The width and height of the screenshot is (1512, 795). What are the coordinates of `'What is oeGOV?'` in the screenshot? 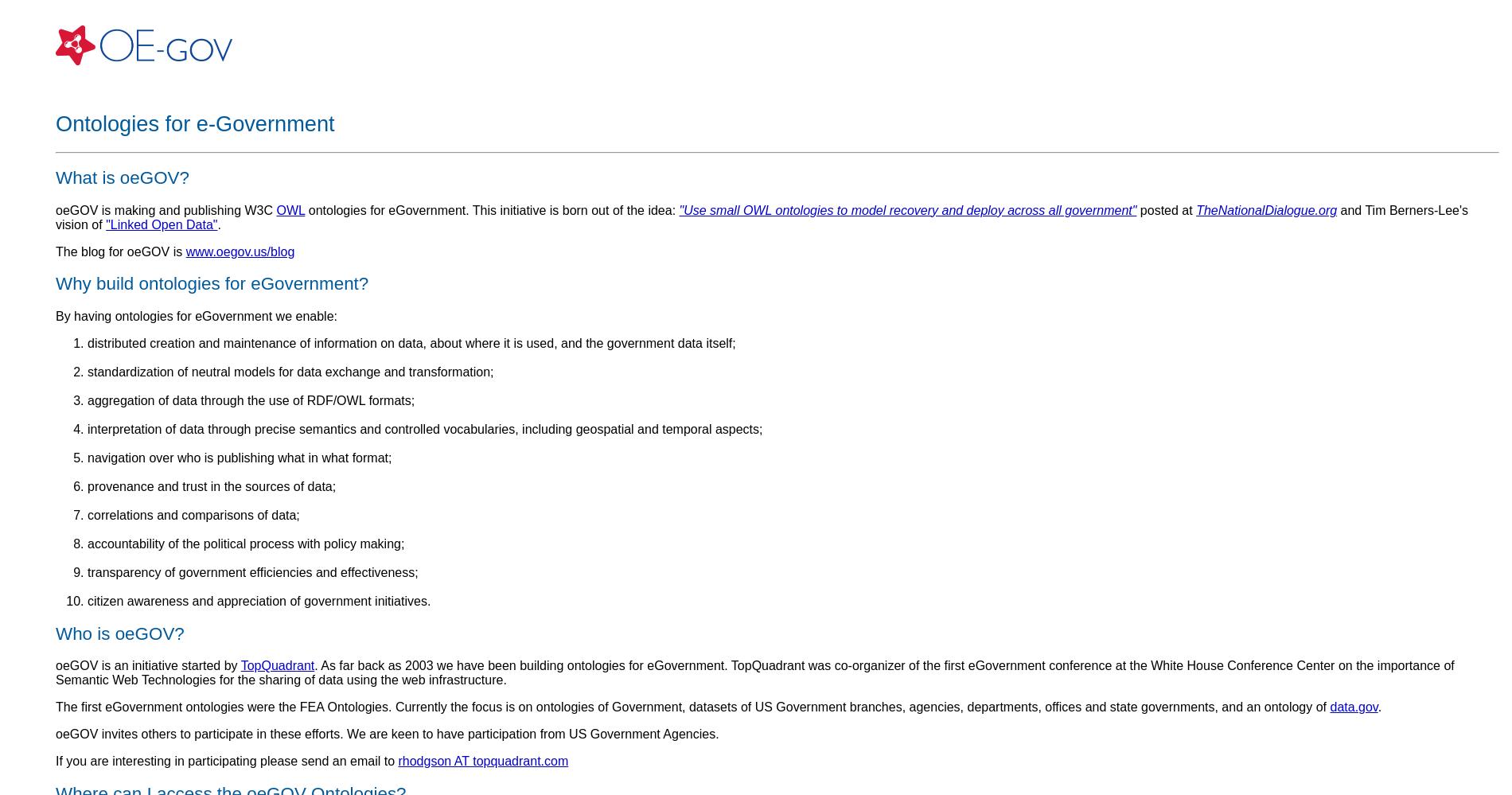 It's located at (123, 177).